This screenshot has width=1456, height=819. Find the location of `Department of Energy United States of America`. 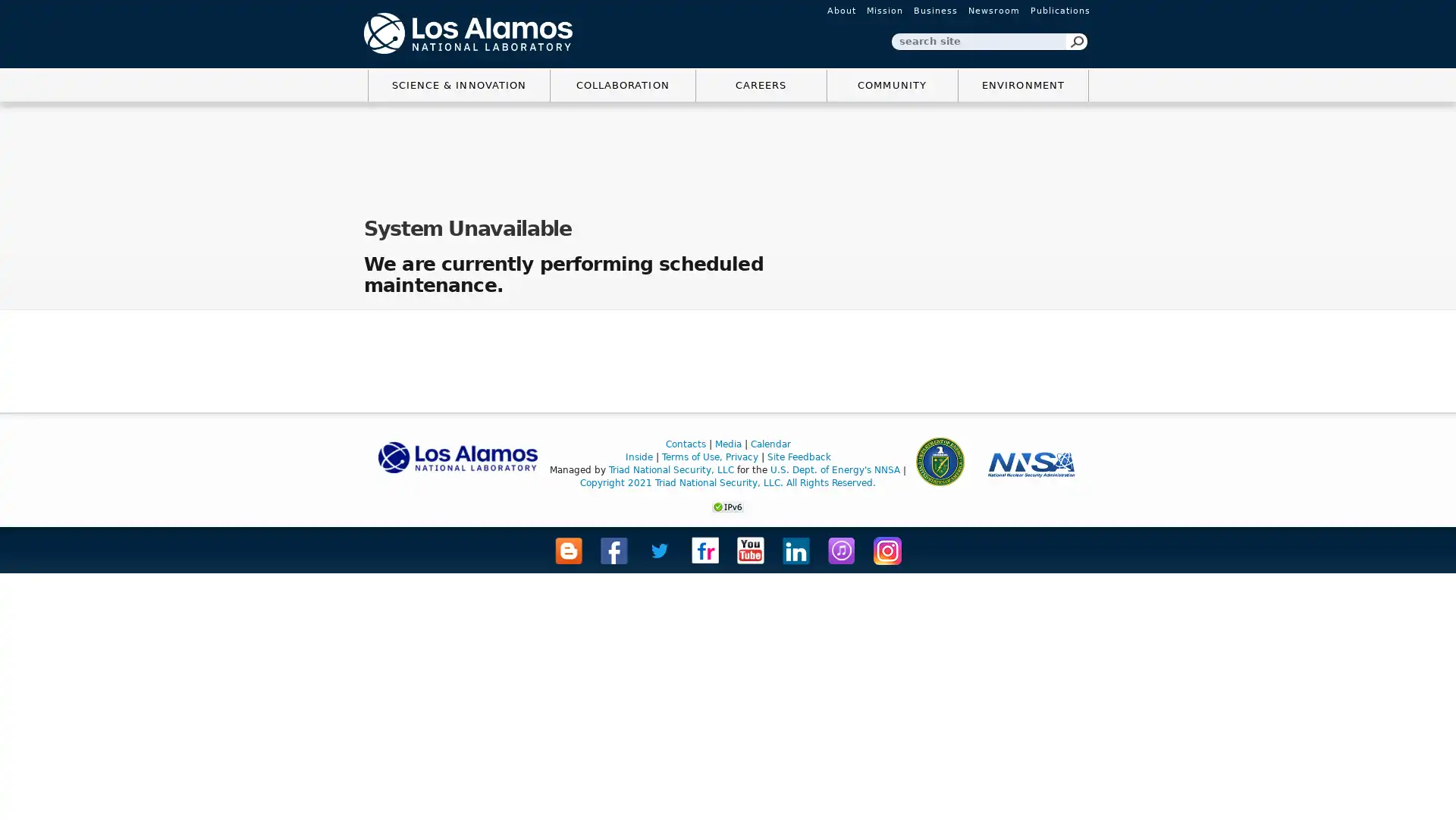

Department of Energy United States of America is located at coordinates (938, 460).